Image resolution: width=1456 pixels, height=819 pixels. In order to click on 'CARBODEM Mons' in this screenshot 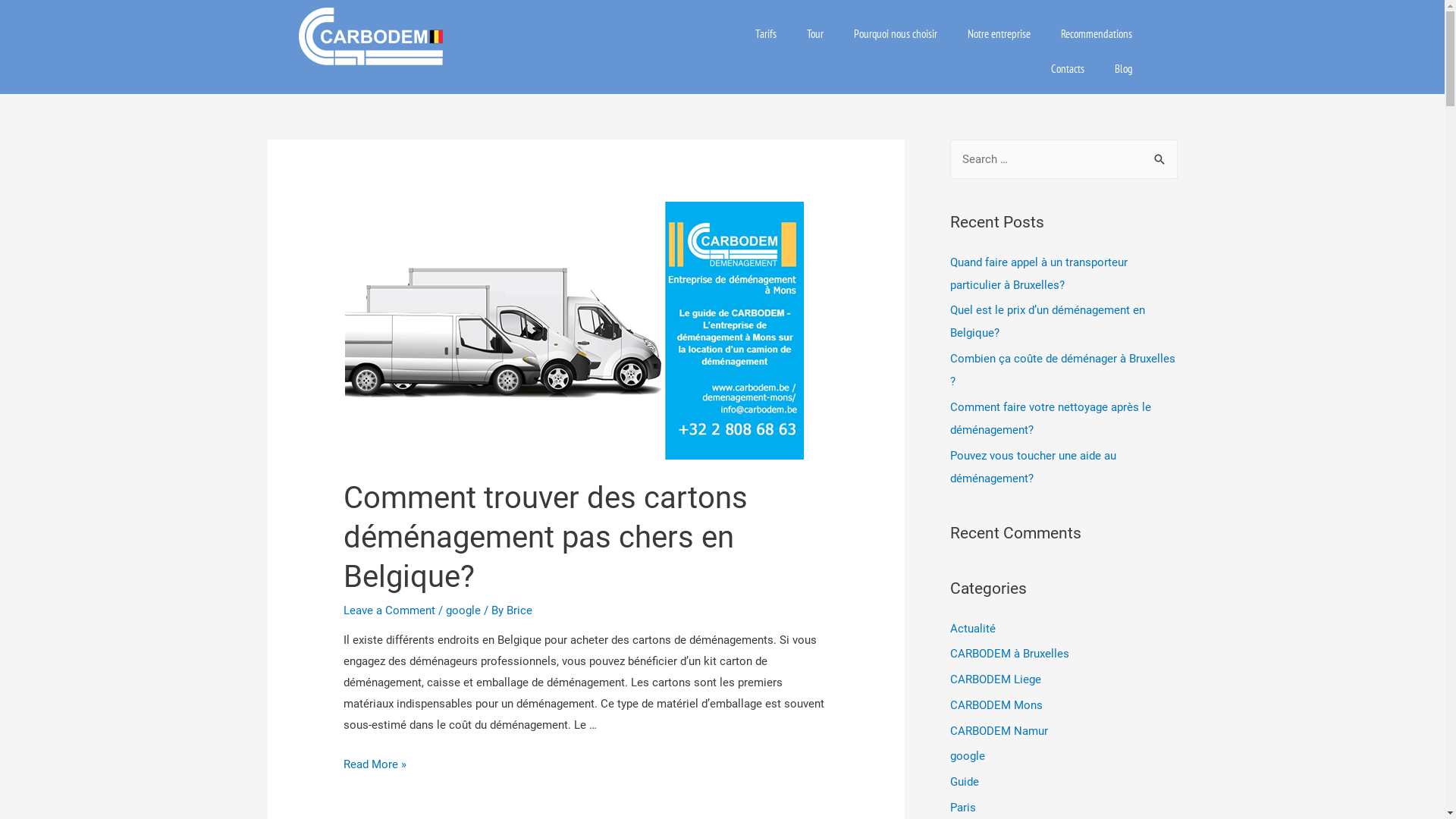, I will do `click(996, 704)`.